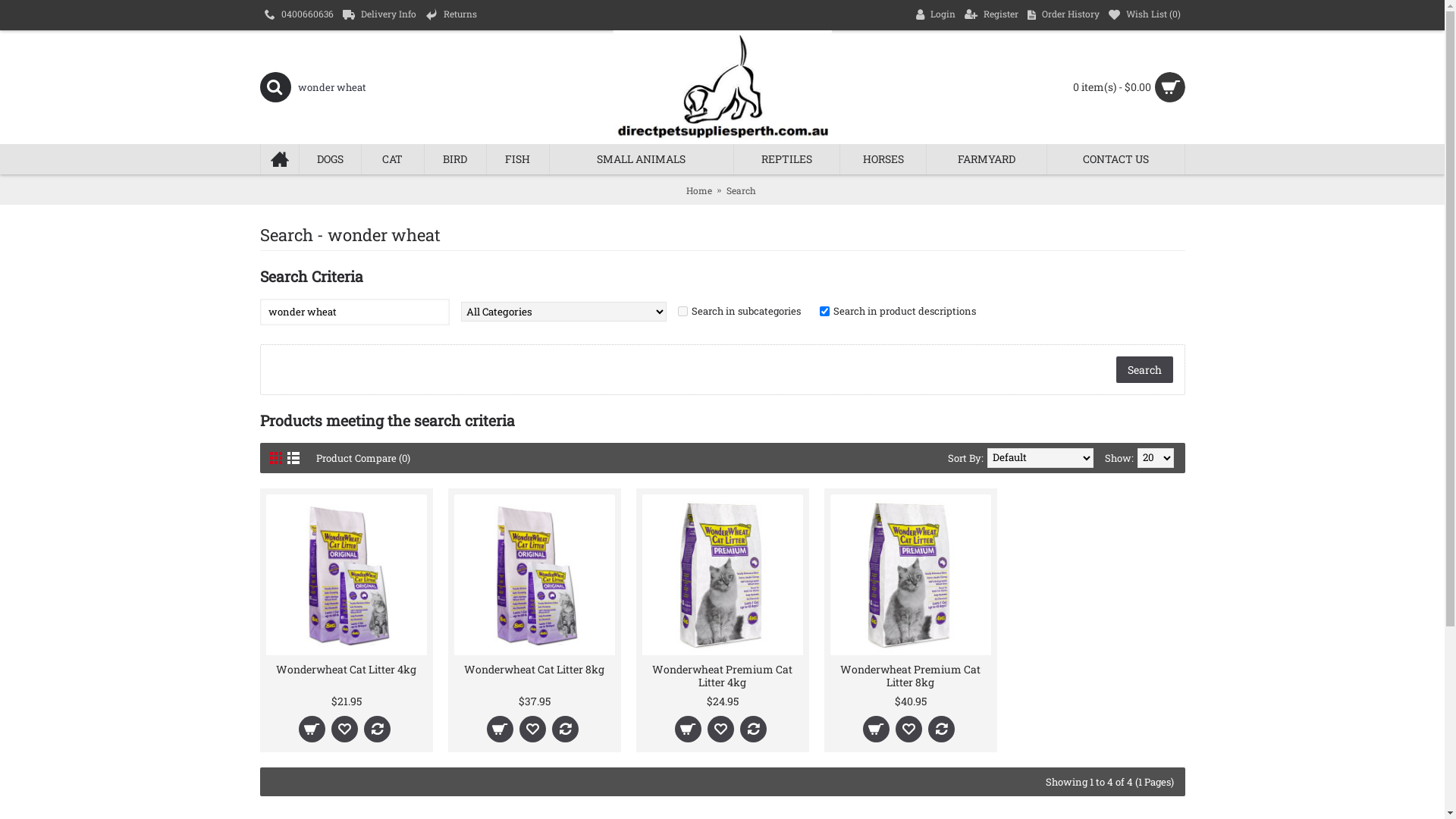 This screenshot has height=819, width=1456. What do you see at coordinates (329, 158) in the screenshot?
I see `'DOGS'` at bounding box center [329, 158].